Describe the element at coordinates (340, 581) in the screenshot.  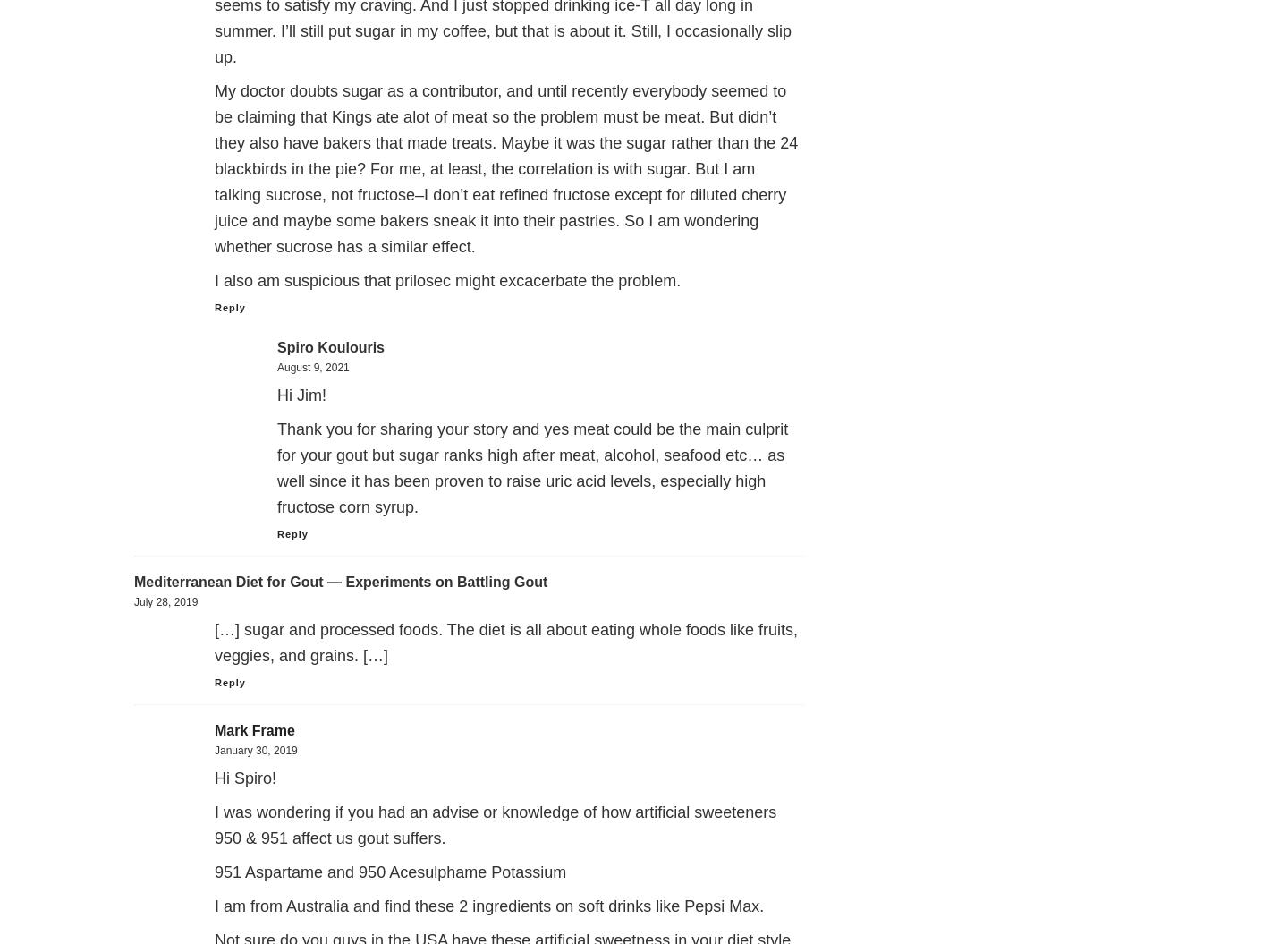
I see `'Mediterranean Diet for Gout — Experiments on Battling Gout'` at that location.